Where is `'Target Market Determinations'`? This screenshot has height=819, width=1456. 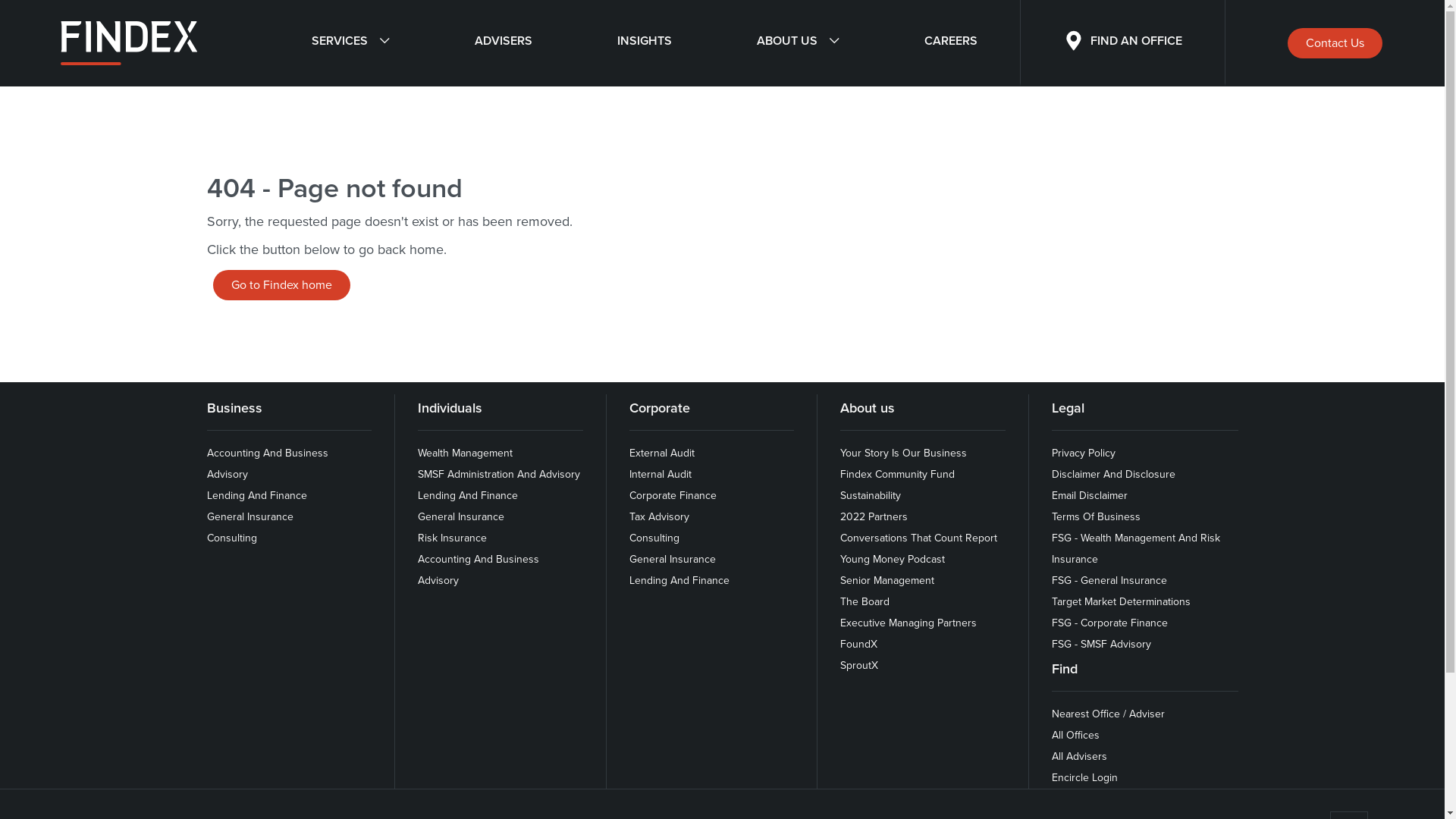 'Target Market Determinations' is located at coordinates (1121, 601).